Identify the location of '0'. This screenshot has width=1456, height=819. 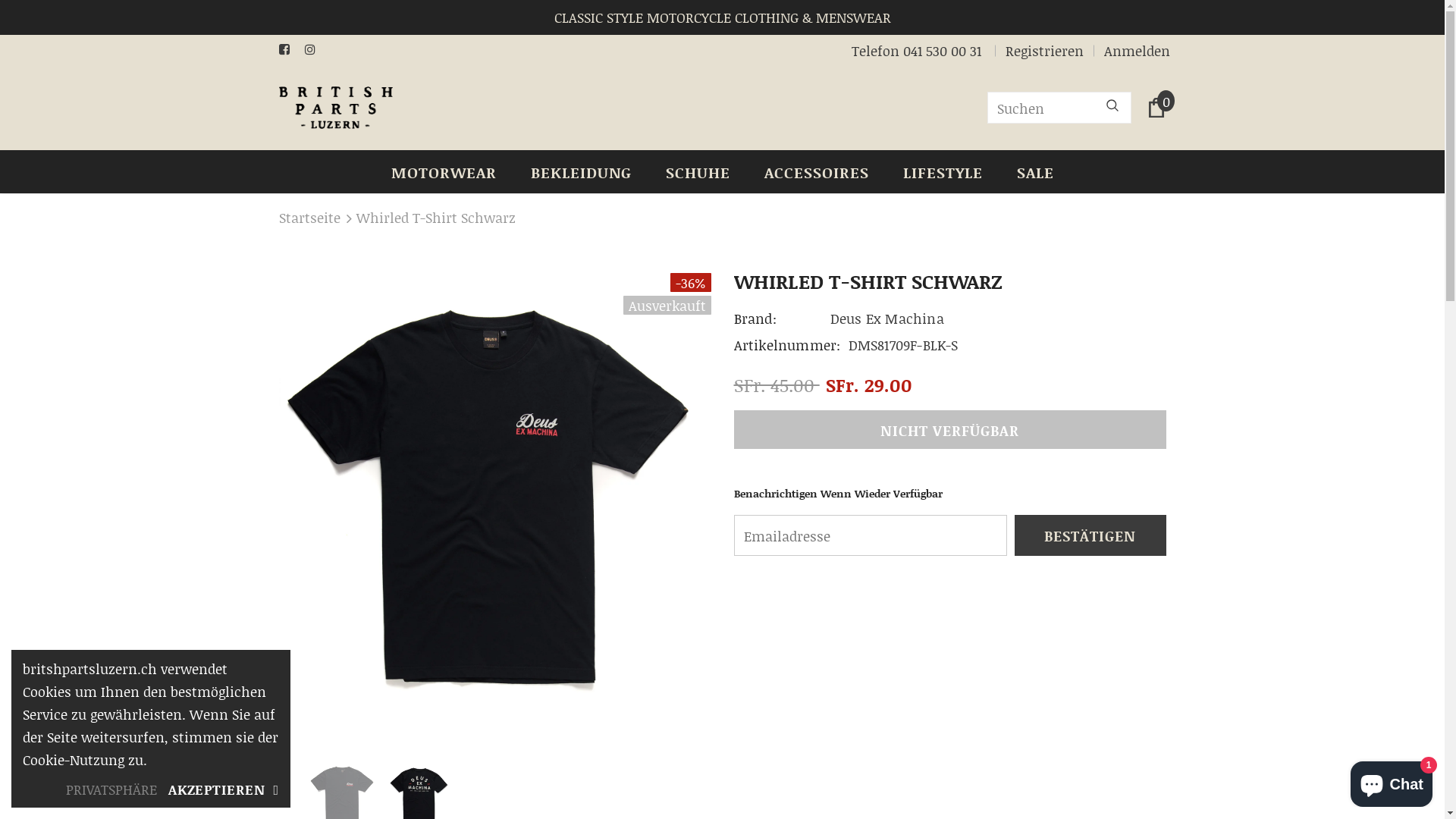
(1147, 107).